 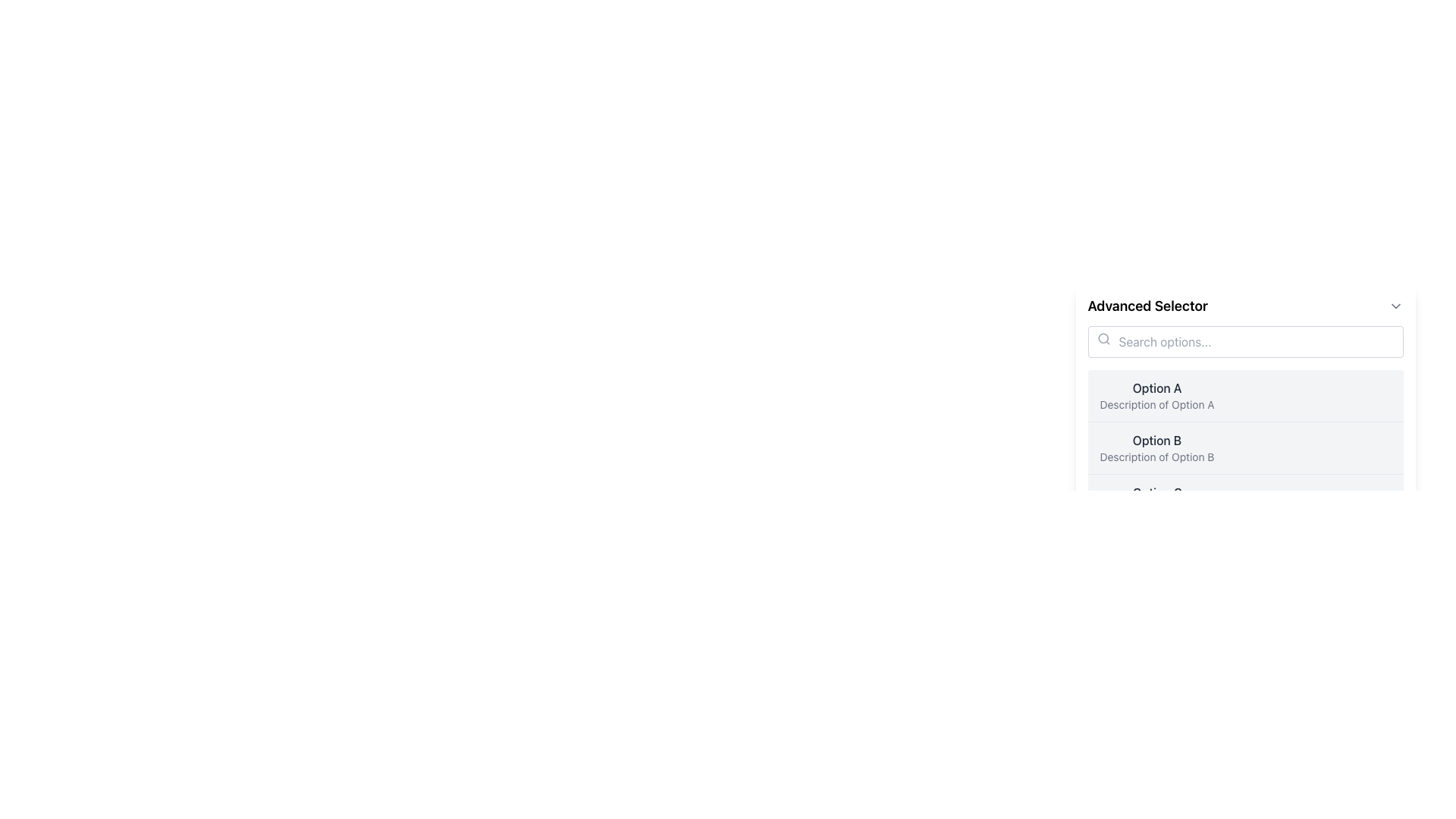 What do you see at coordinates (1156, 441) in the screenshot?
I see `the second text label in the vertical list of options below the title 'Advanced Selector', which is located between 'Option A' and 'Option C'` at bounding box center [1156, 441].